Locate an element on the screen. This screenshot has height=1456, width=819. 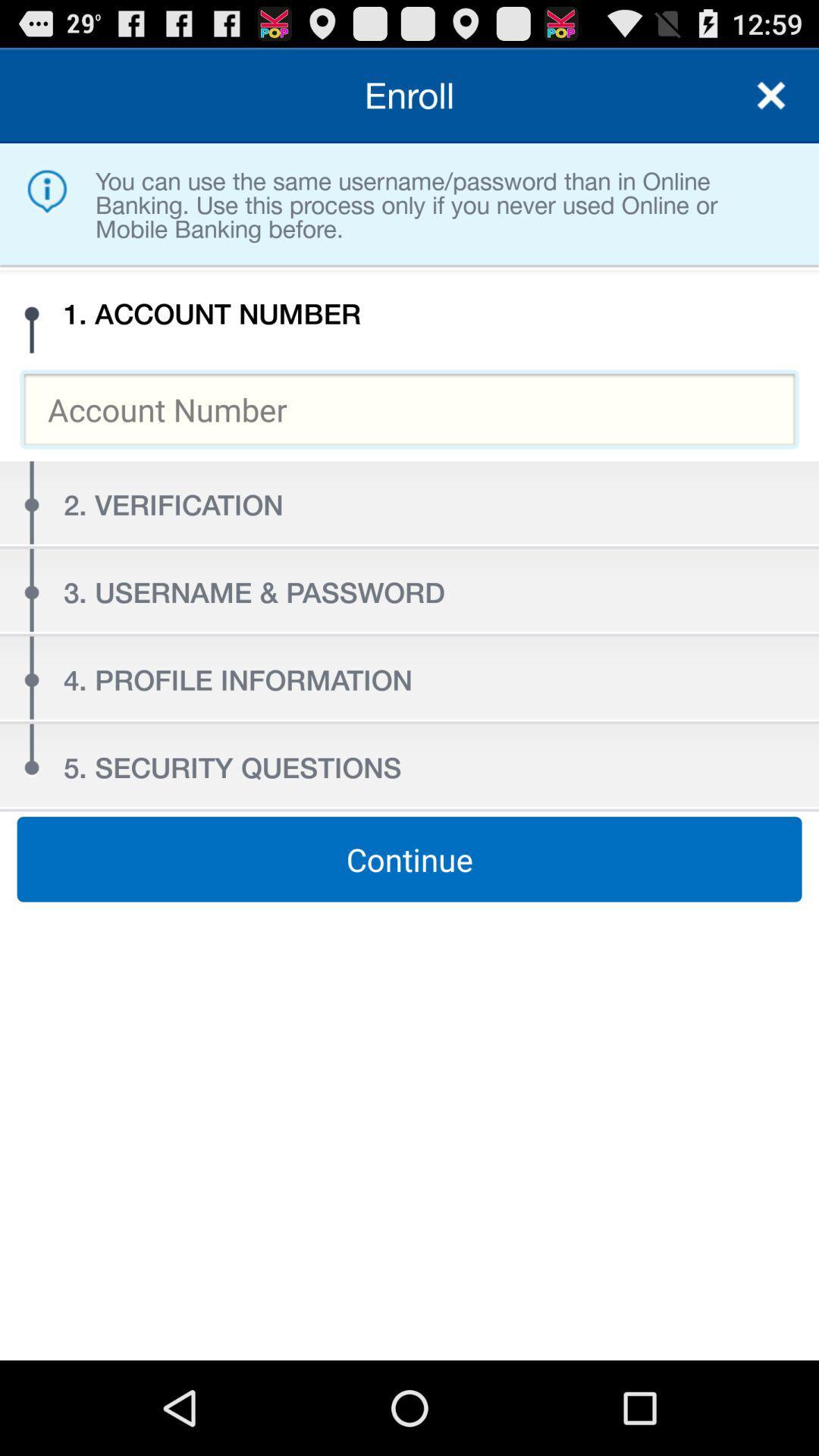
the enroll item is located at coordinates (409, 94).